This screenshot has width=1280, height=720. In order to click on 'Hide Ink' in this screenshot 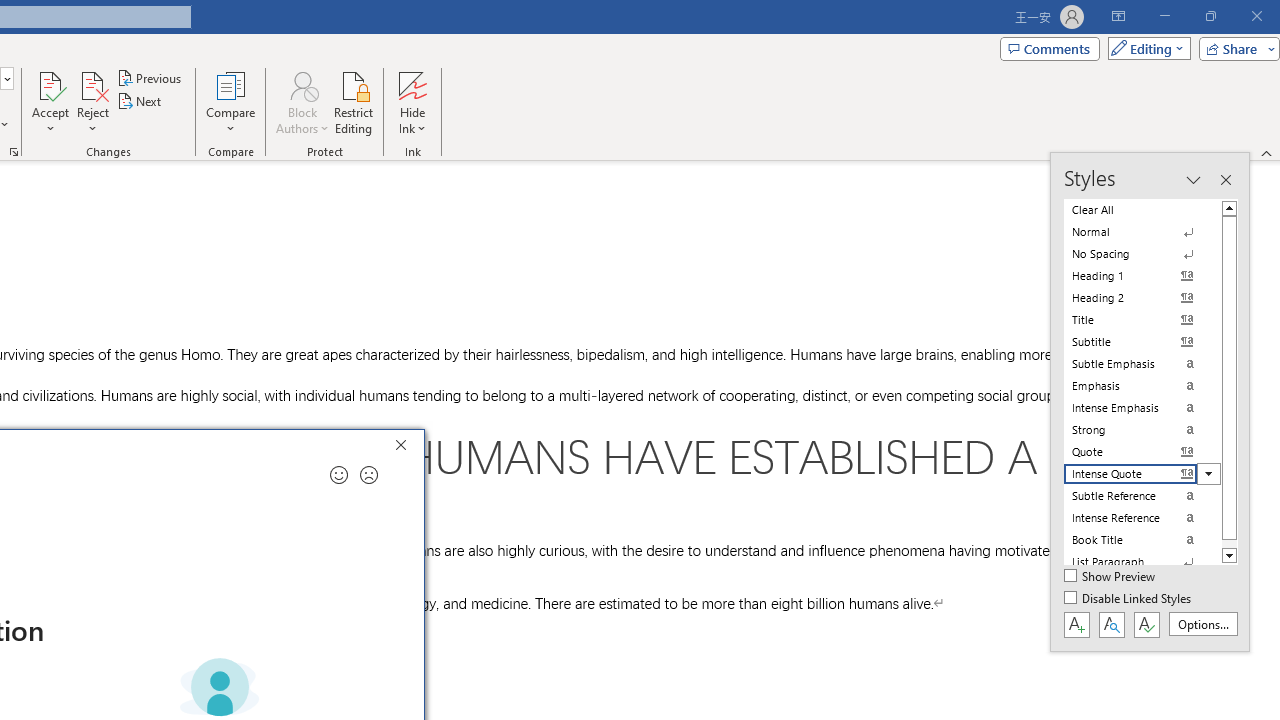, I will do `click(411, 103)`.